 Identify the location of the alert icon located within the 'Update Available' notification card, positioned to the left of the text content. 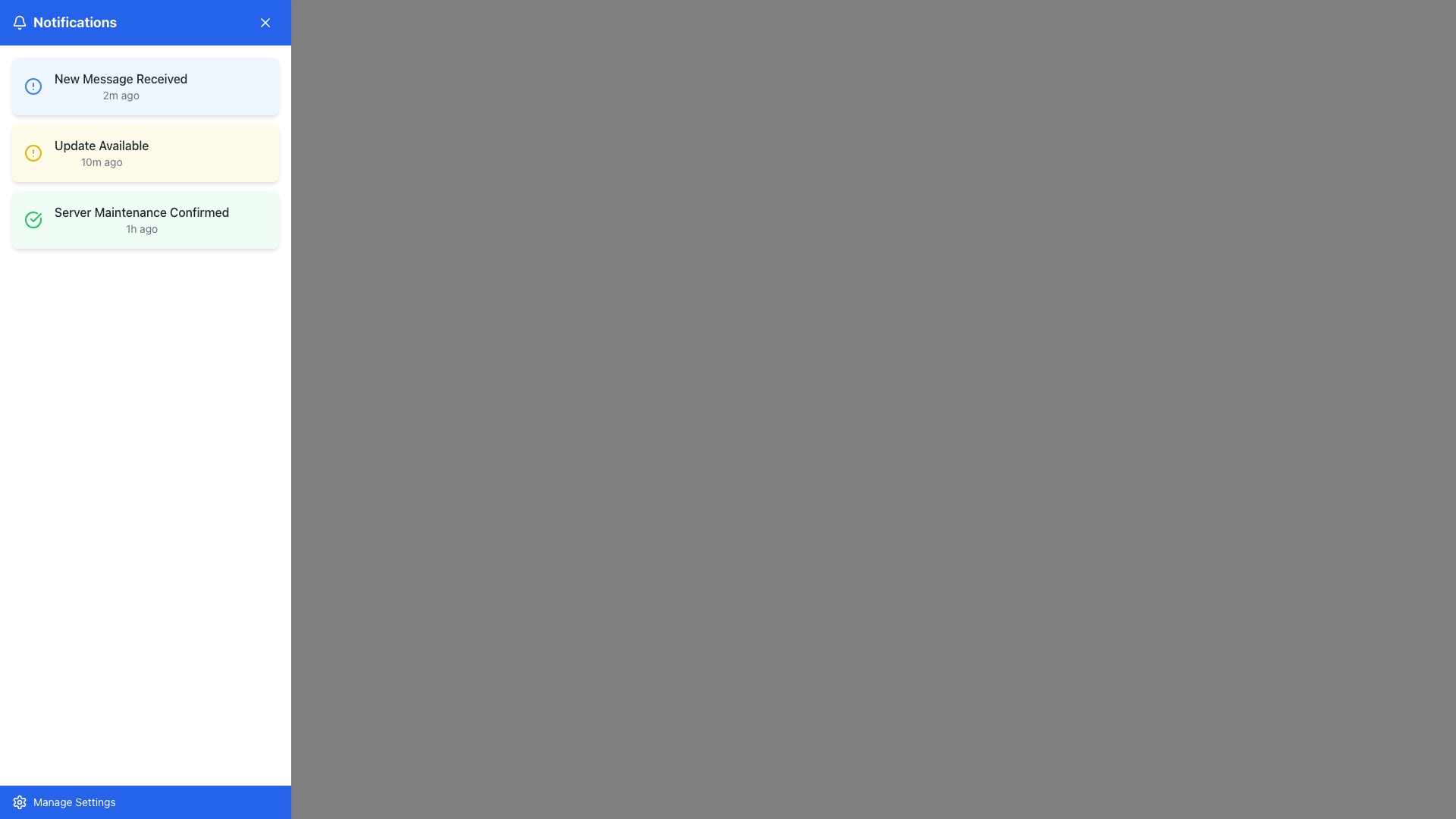
(33, 152).